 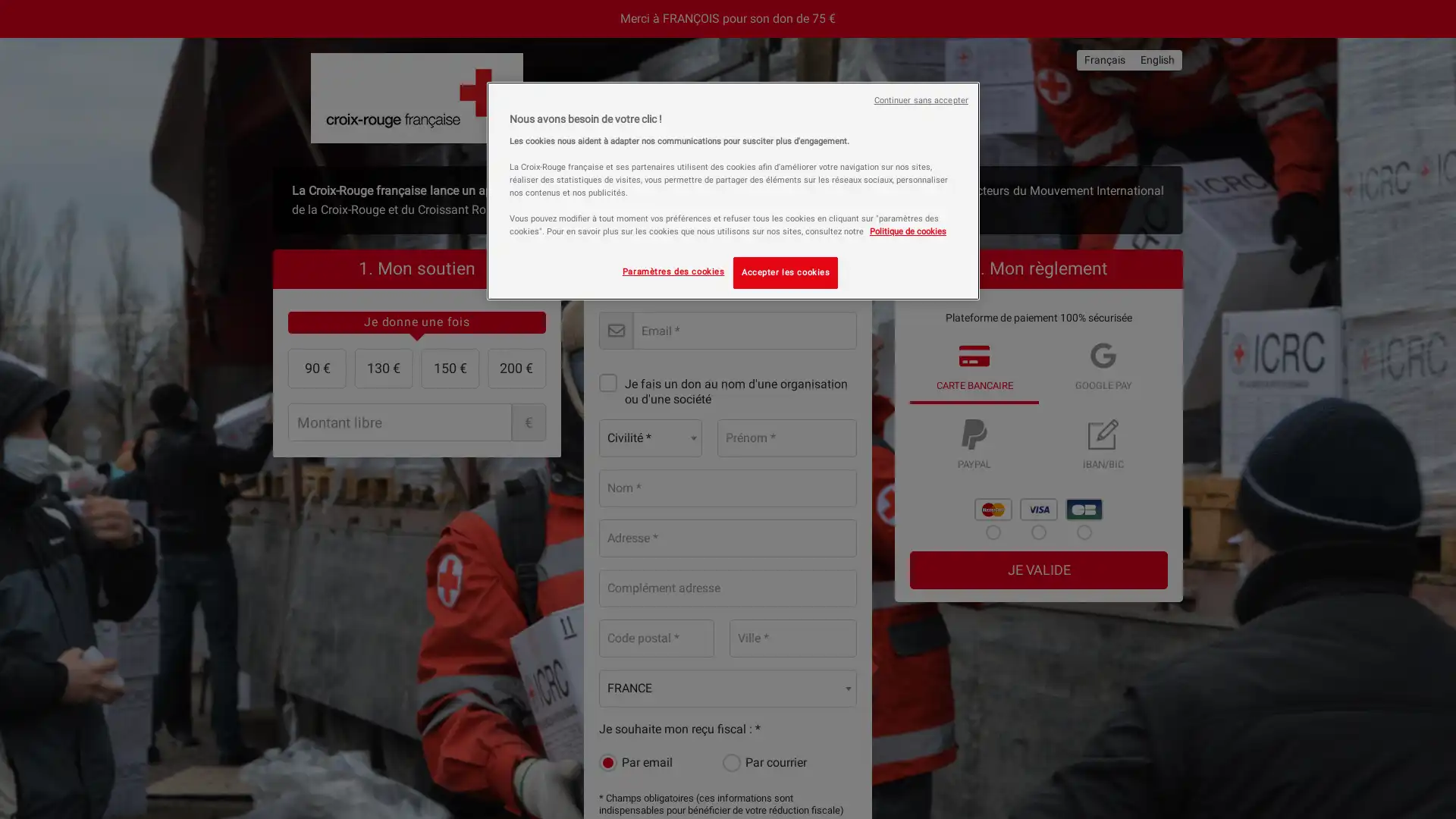 I want to click on Je valide, so click(x=1037, y=570).